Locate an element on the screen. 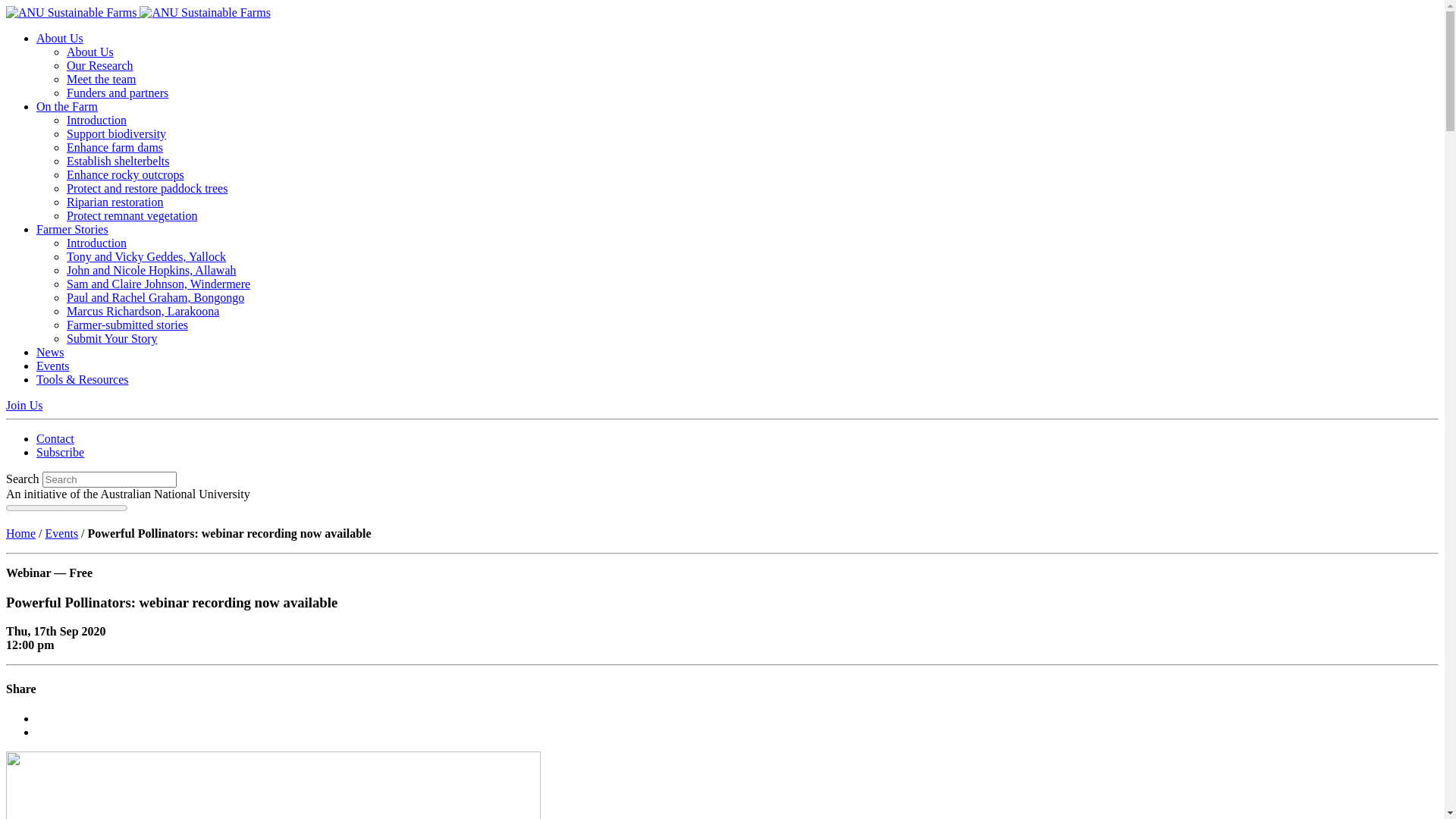 The image size is (1456, 819). 'Sam and Claire Johnson, Windermere' is located at coordinates (158, 284).